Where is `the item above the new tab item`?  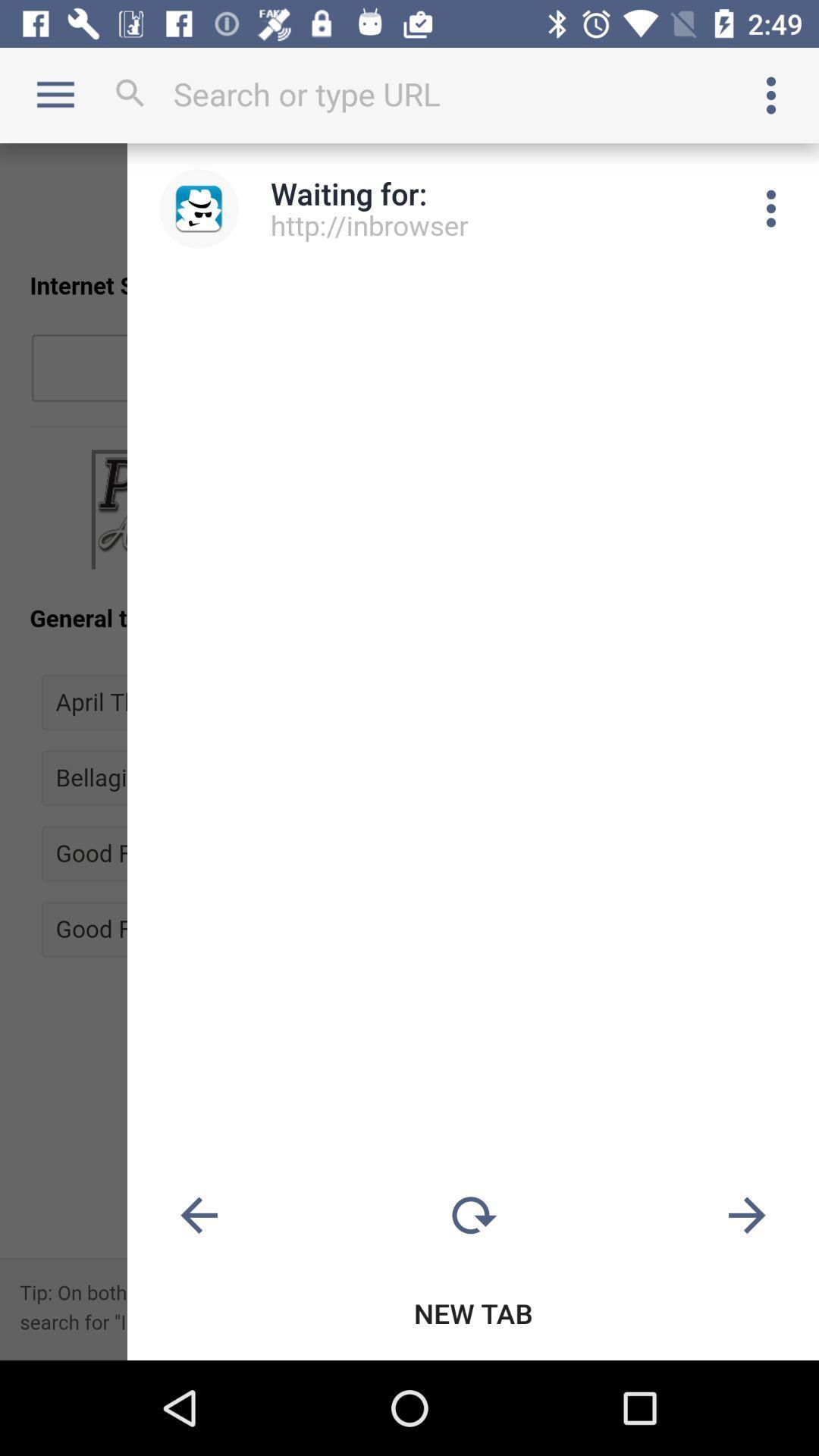
the item above the new tab item is located at coordinates (746, 1216).